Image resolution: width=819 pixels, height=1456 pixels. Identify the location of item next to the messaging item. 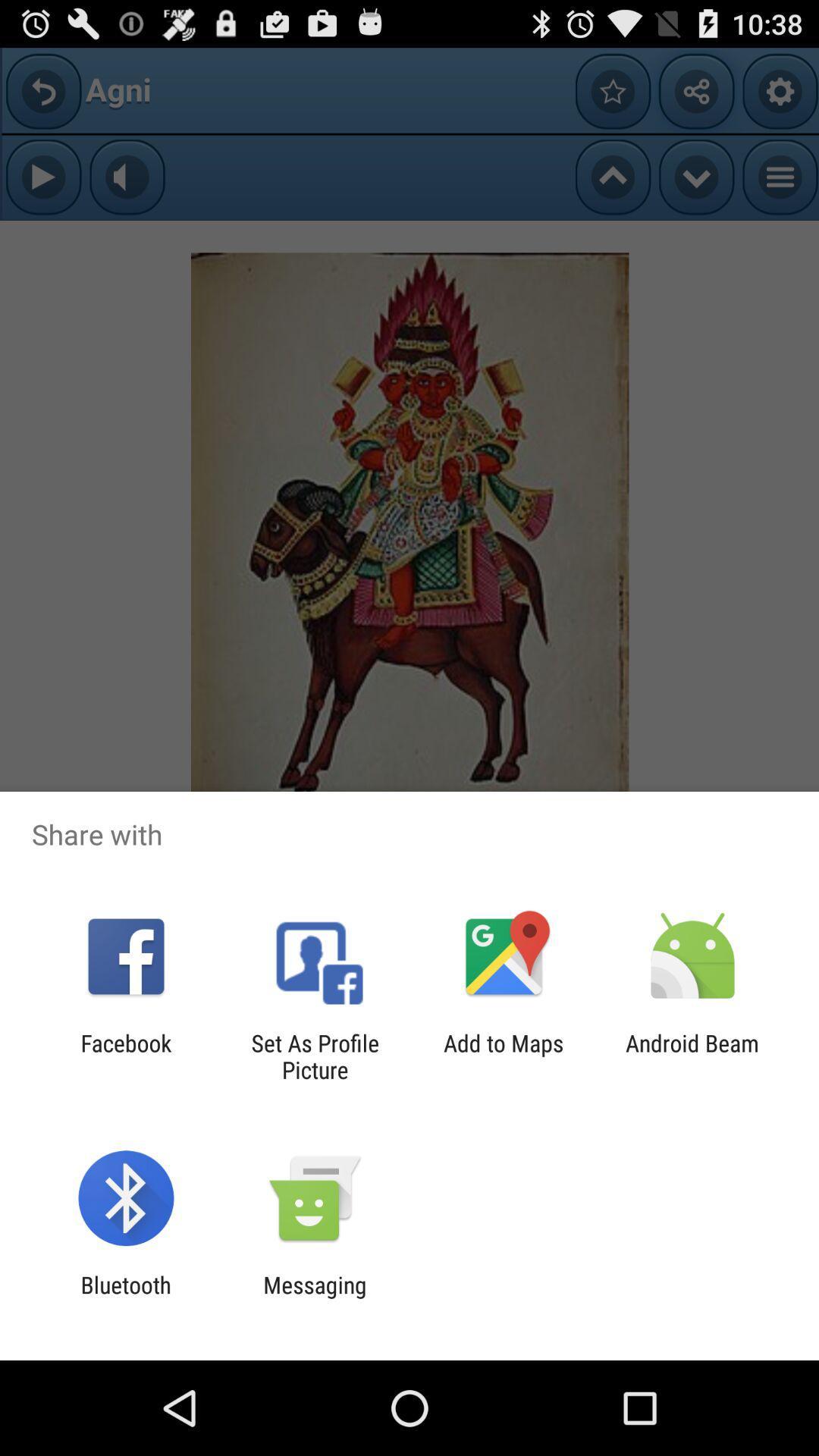
(125, 1298).